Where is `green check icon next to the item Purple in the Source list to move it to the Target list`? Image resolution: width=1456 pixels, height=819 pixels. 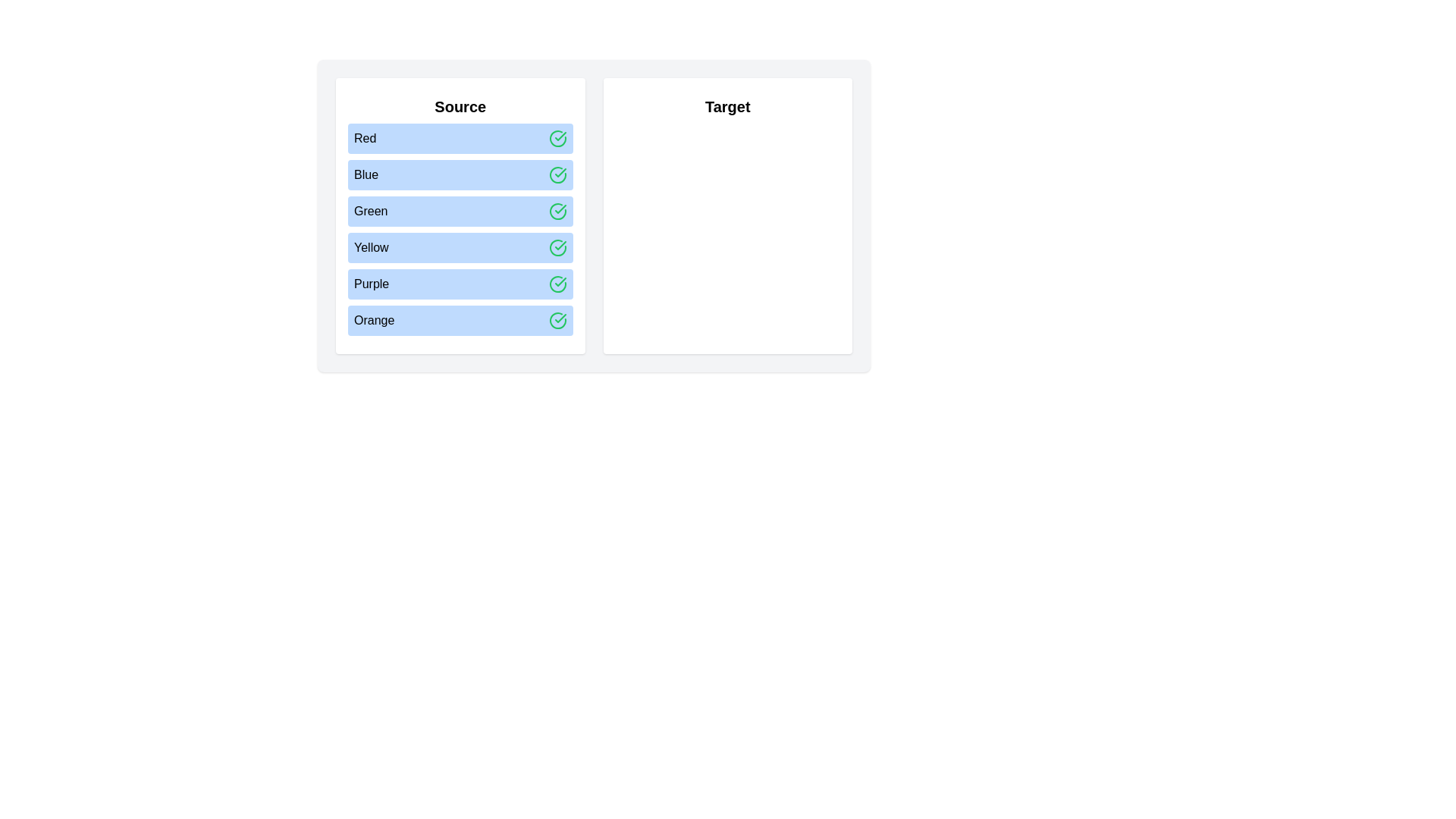 green check icon next to the item Purple in the Source list to move it to the Target list is located at coordinates (557, 284).